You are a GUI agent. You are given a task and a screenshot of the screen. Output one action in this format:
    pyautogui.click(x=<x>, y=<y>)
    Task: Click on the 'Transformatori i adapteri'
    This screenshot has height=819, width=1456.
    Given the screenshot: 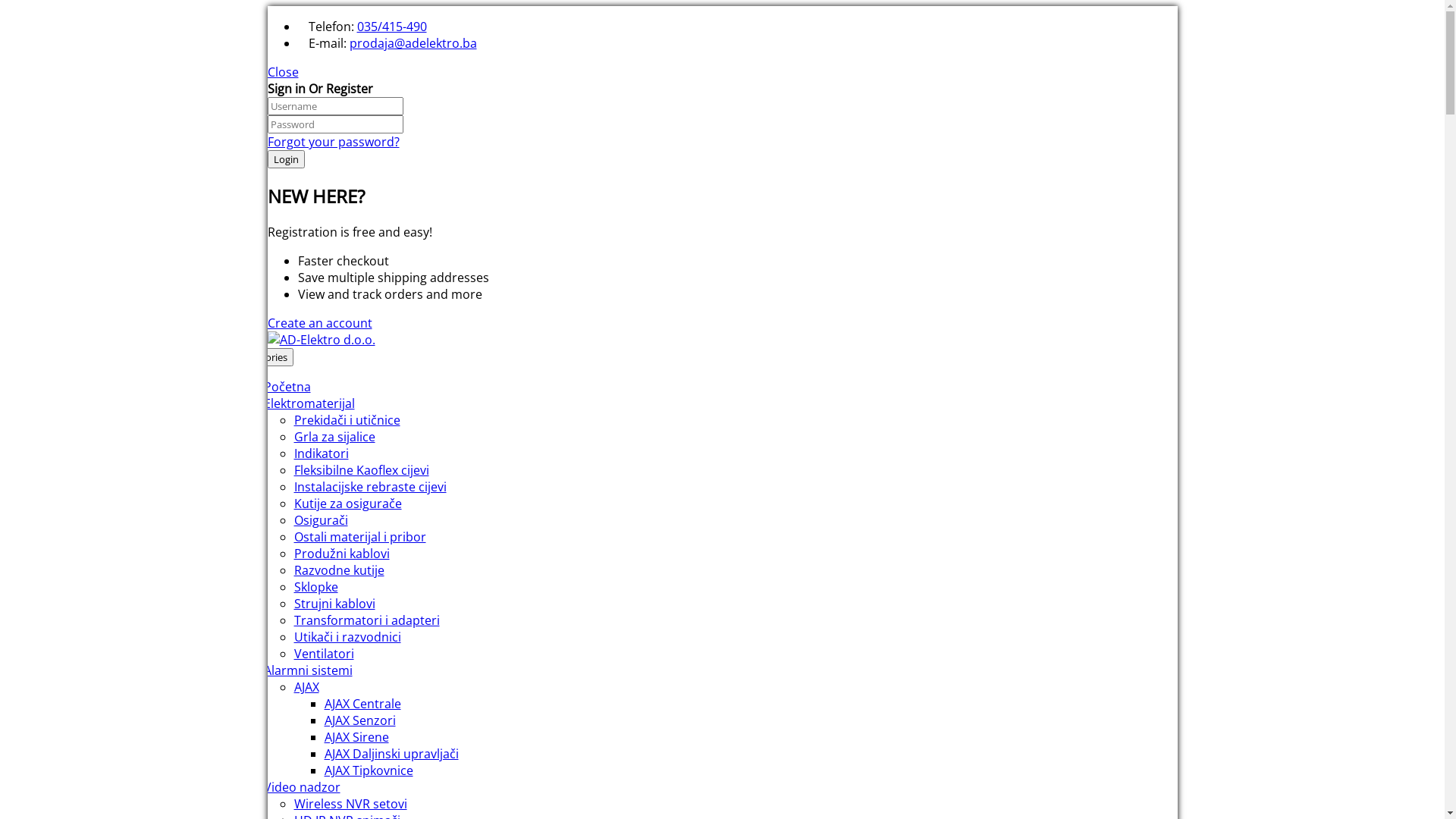 What is the action you would take?
    pyautogui.click(x=367, y=620)
    